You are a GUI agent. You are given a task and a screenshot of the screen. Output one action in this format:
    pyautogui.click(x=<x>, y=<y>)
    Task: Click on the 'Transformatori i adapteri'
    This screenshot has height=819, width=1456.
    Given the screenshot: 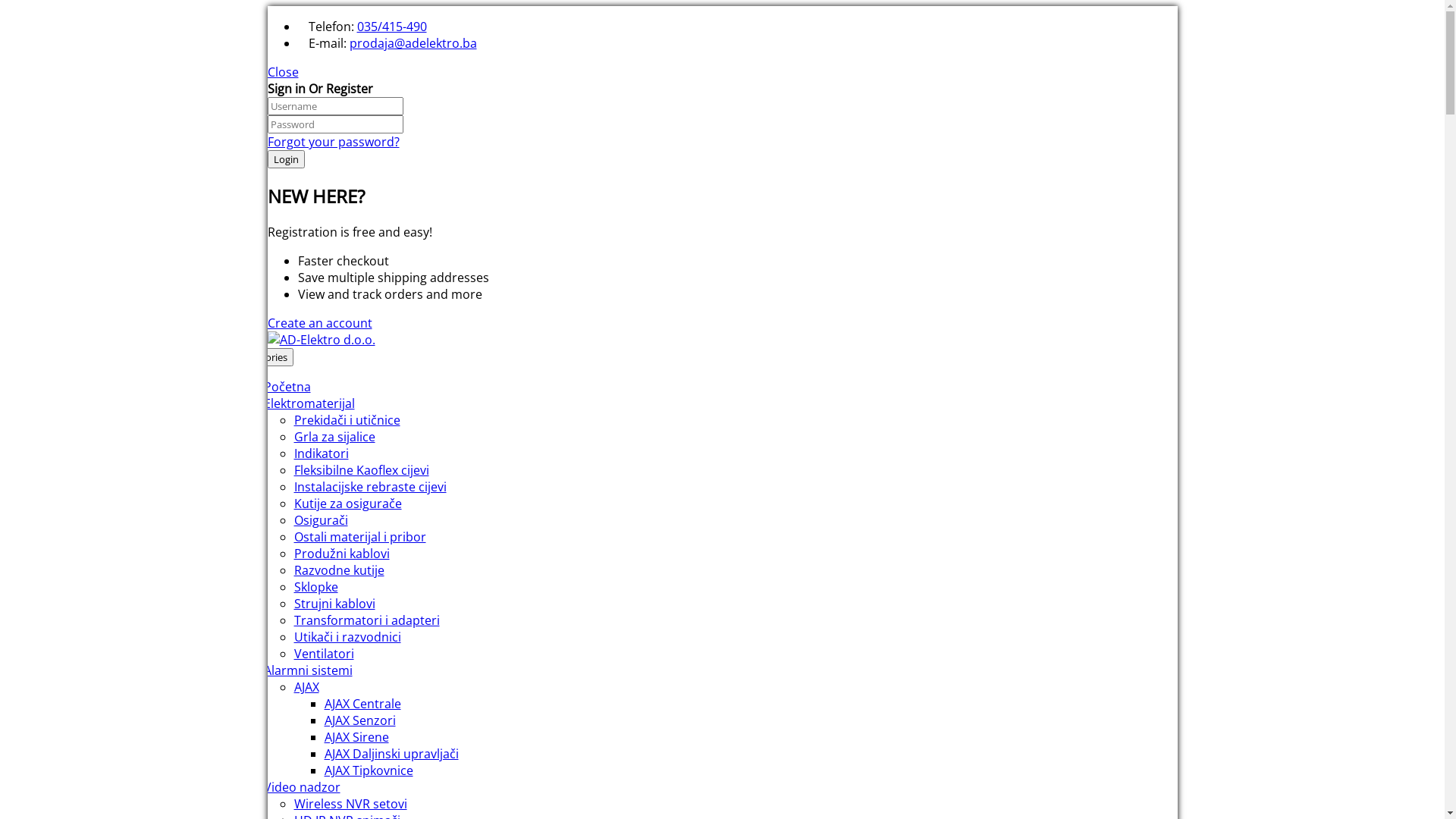 What is the action you would take?
    pyautogui.click(x=367, y=620)
    